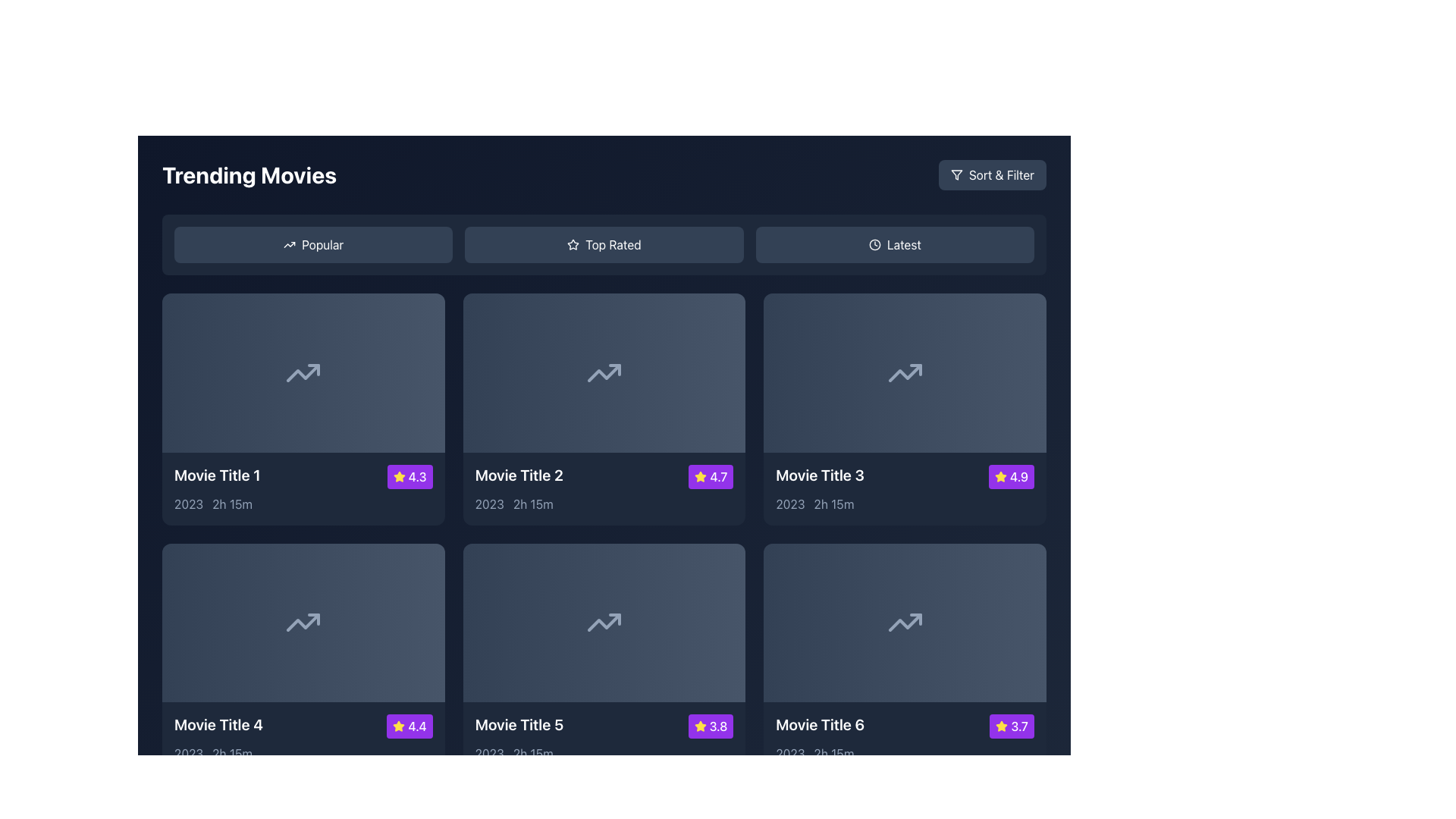  What do you see at coordinates (717, 475) in the screenshot?
I see `the text label displaying '4.7' in white color on a purple background, located in the bottom right corner of the second movie card in the grid layout` at bounding box center [717, 475].